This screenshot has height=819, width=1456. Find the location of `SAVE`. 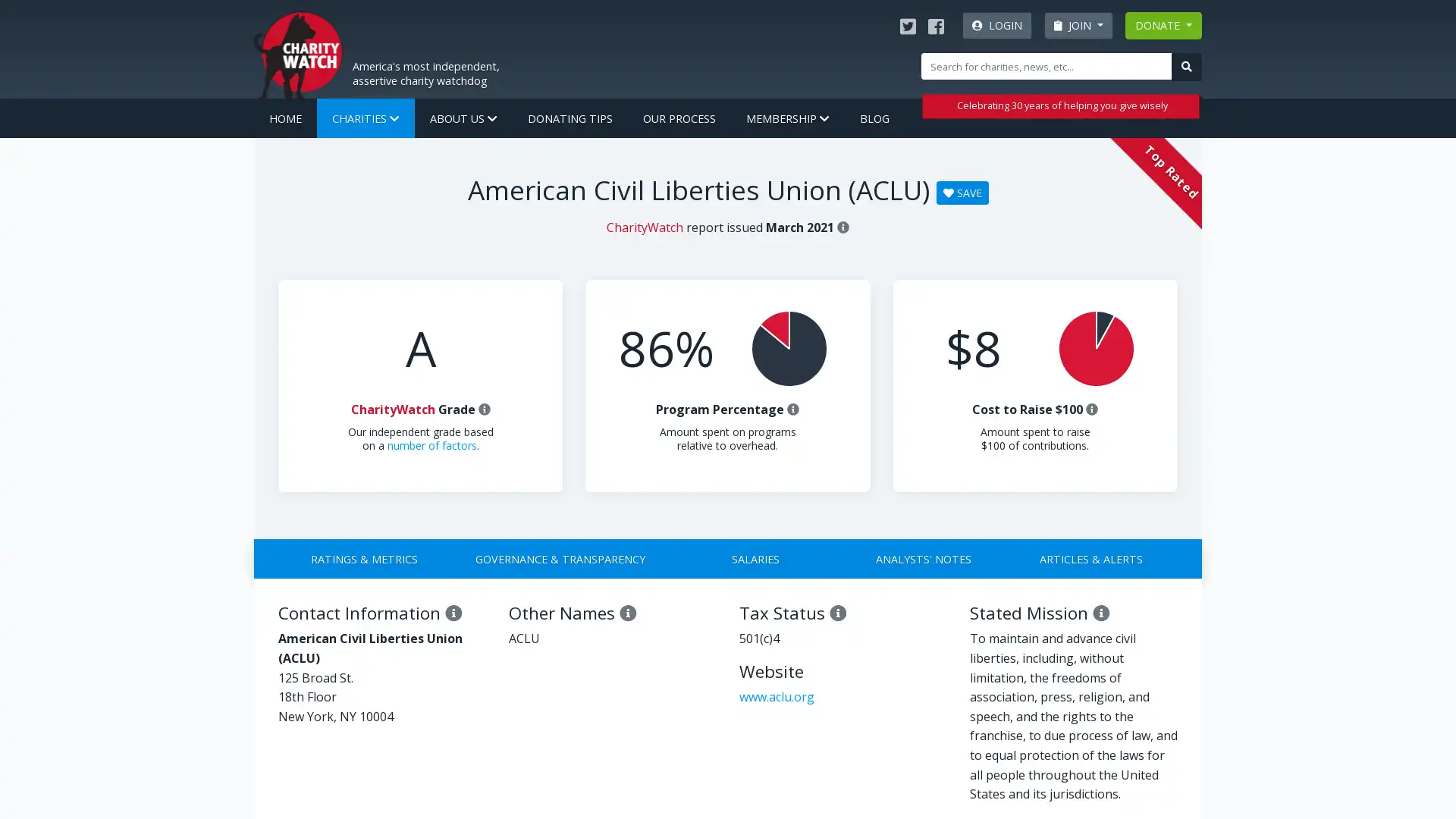

SAVE is located at coordinates (961, 192).